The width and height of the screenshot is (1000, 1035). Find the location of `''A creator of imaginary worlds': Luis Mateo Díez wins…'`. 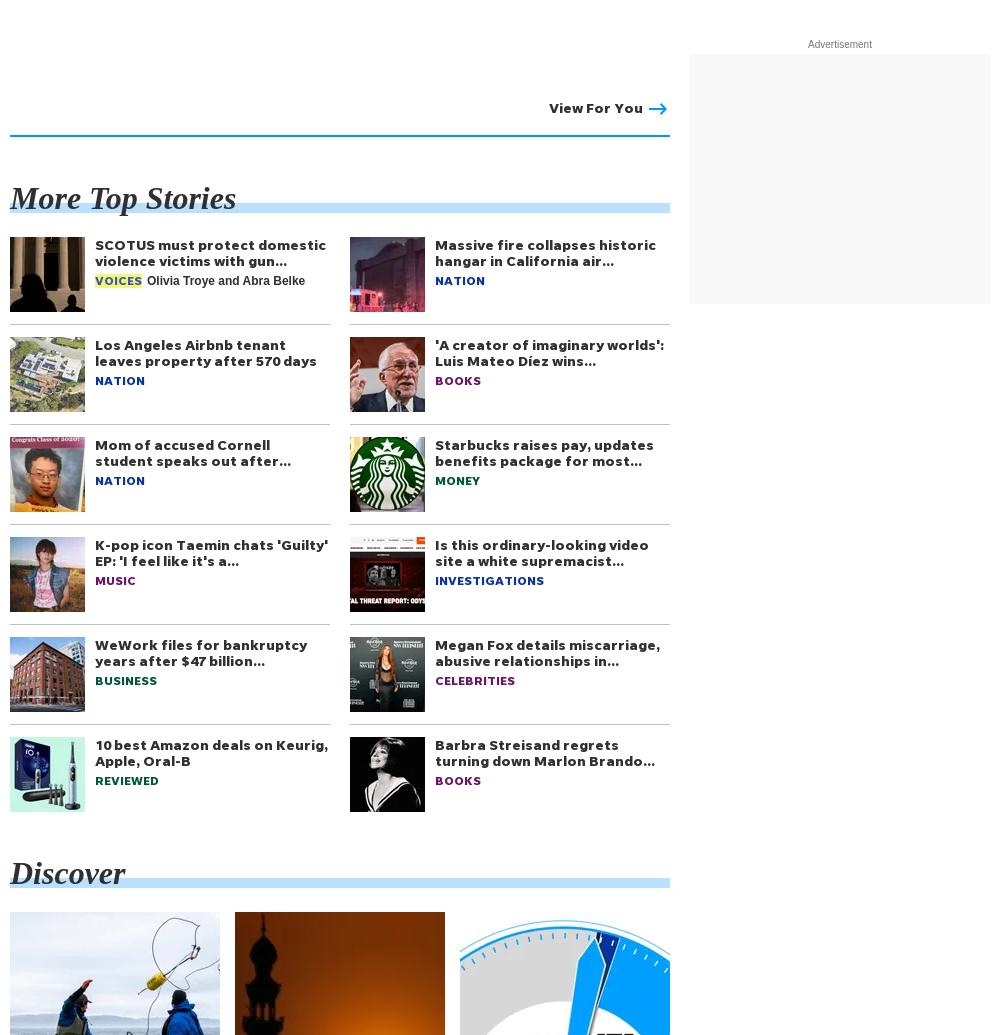

''A creator of imaginary worlds': Luis Mateo Díez wins…' is located at coordinates (549, 352).